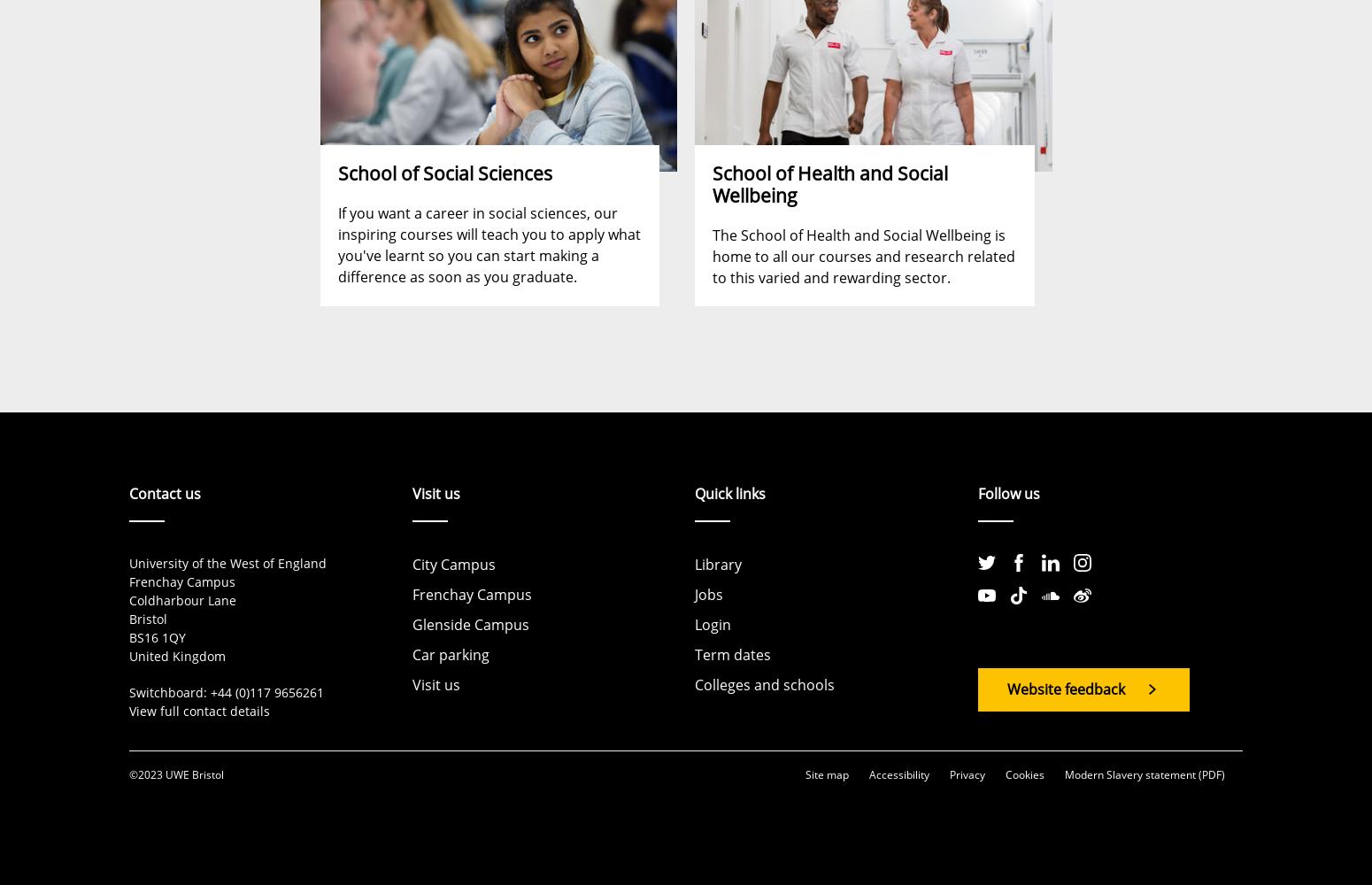 This screenshot has width=1372, height=885. What do you see at coordinates (266, 692) in the screenshot?
I see `'+44 (0)117 9656261'` at bounding box center [266, 692].